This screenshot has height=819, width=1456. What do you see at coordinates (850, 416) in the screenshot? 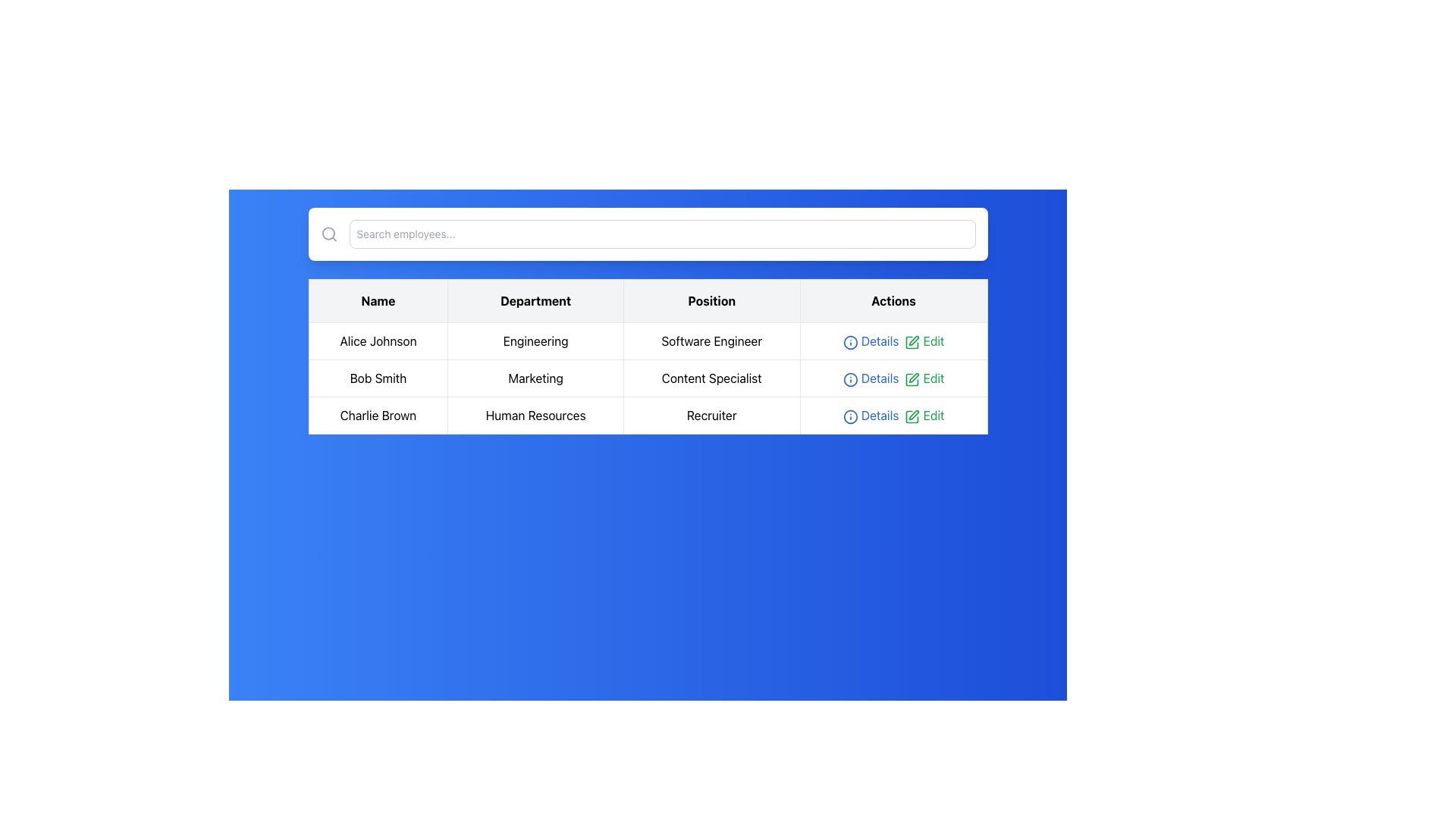
I see `the icon in the Actions column of the third row that indicates the 'Details' action, which is located to the left of the 'Details' text` at bounding box center [850, 416].